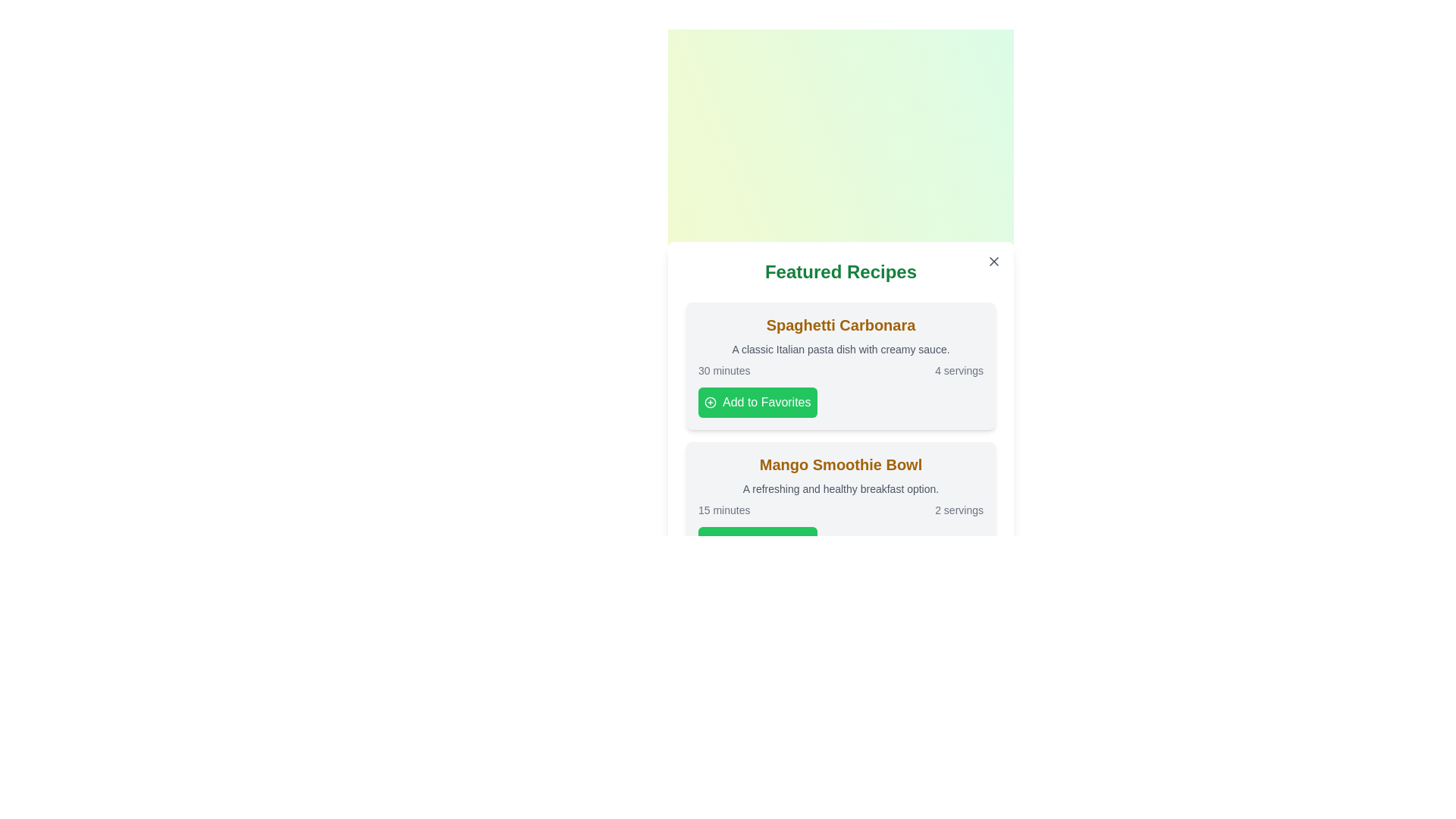  I want to click on the text label that describes the recipe 'Spaghetti Carbonara', which reads 'A classic Italian pasta dish with creamy sauce.', so click(839, 350).